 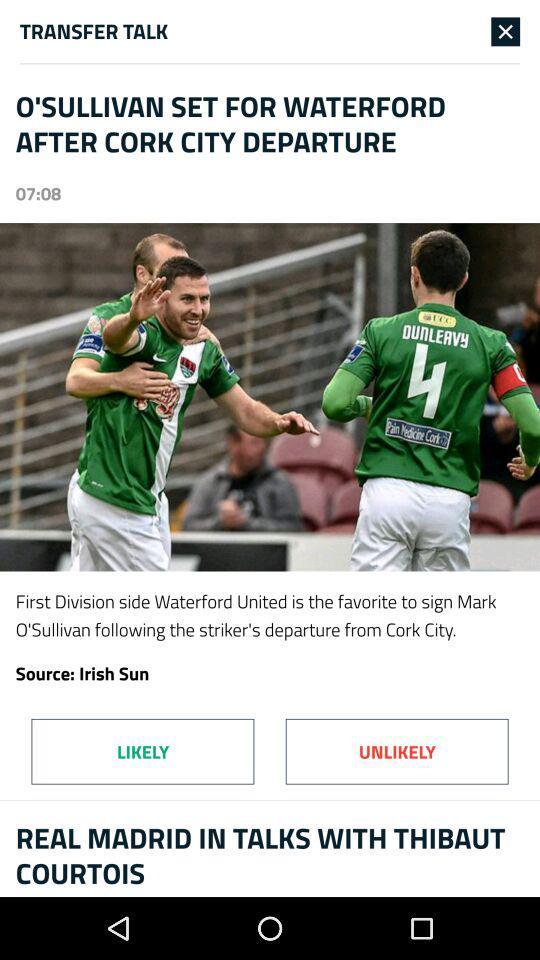 I want to click on icon next to the unlikely, so click(x=141, y=750).